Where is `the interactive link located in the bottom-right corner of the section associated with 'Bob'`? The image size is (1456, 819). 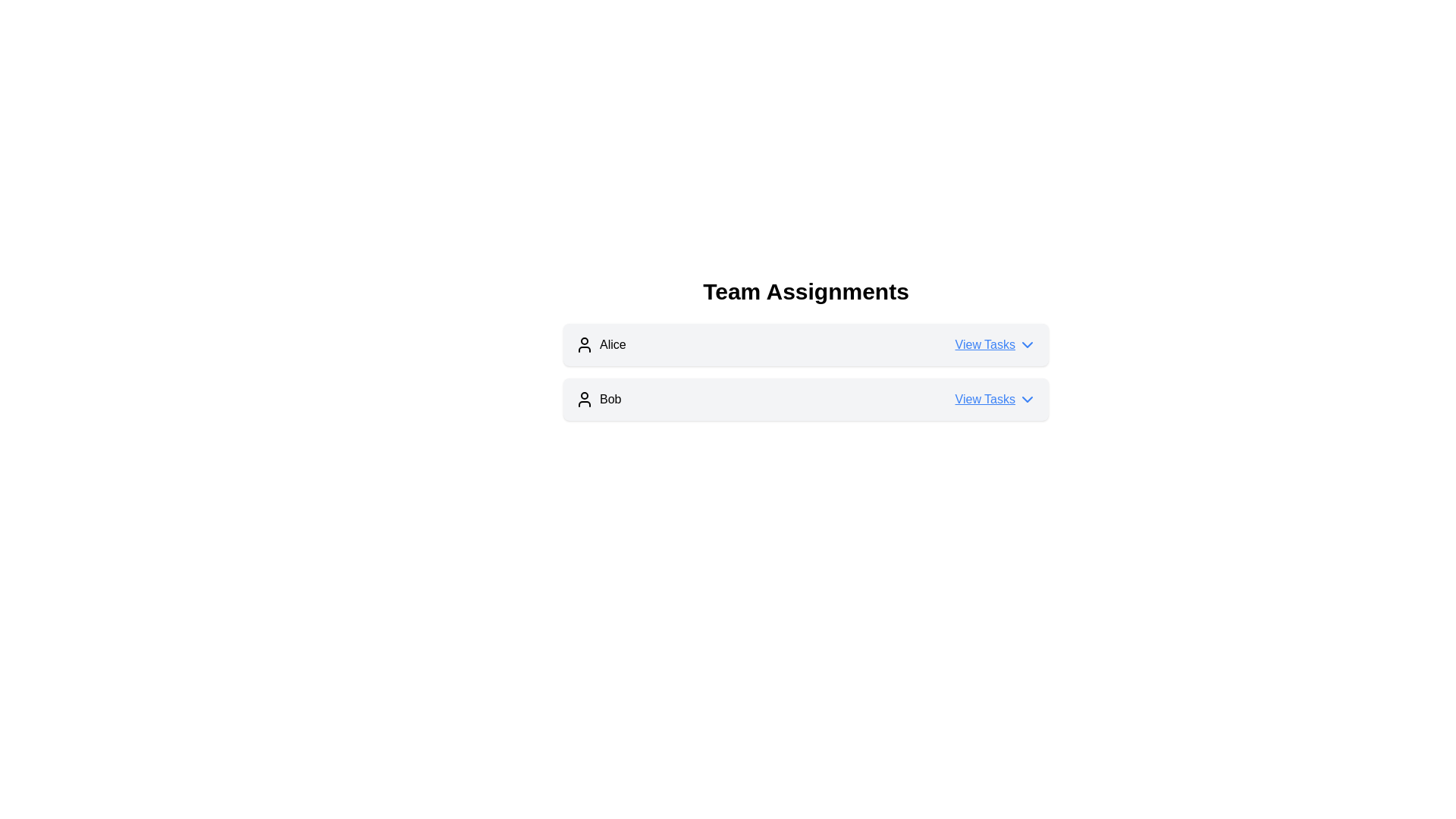
the interactive link located in the bottom-right corner of the section associated with 'Bob' is located at coordinates (996, 399).